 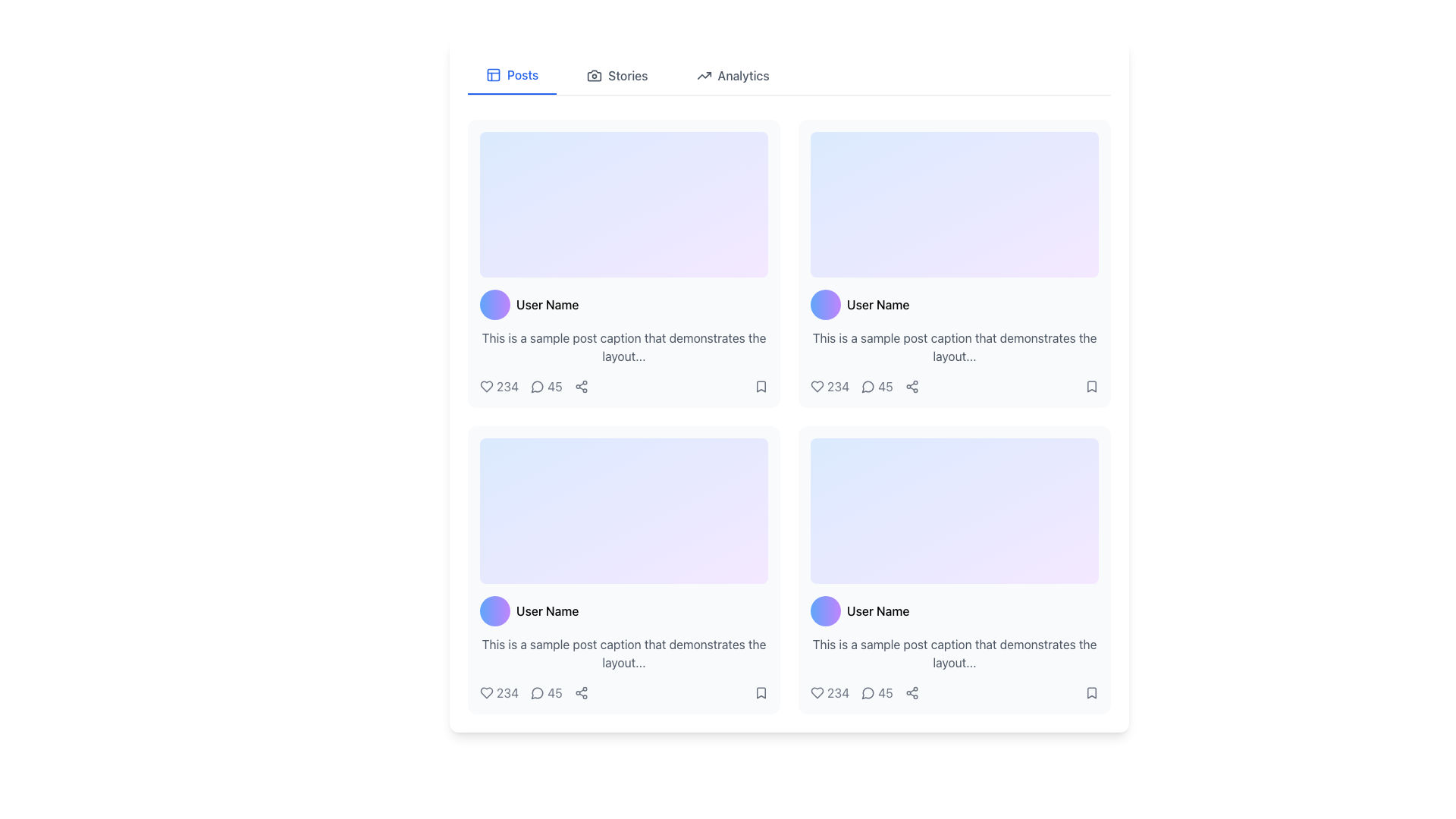 What do you see at coordinates (487, 385) in the screenshot?
I see `the heart-shaped icon located in the lower-left corner of the post card interface to like the post` at bounding box center [487, 385].